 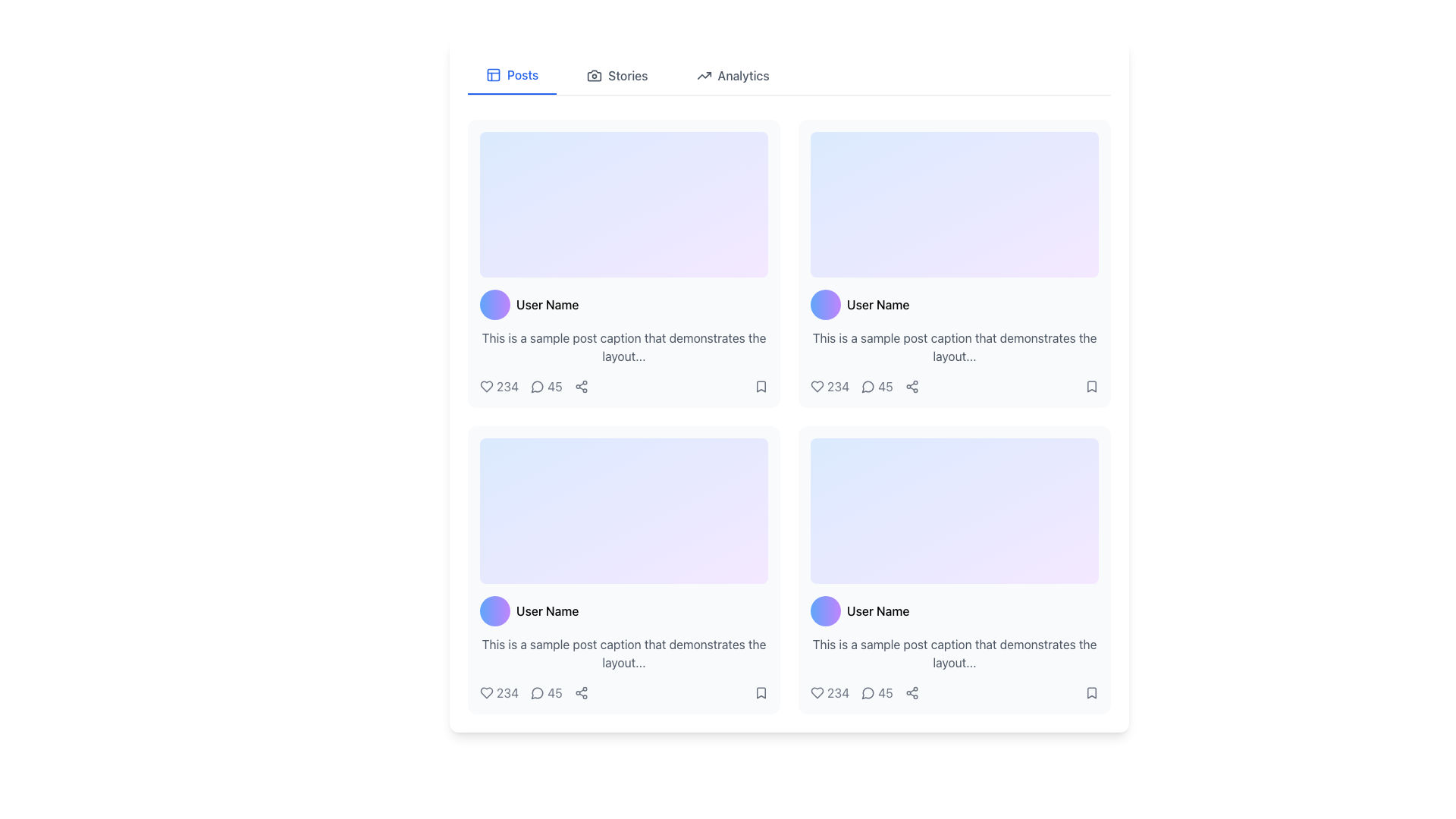 What do you see at coordinates (487, 385) in the screenshot?
I see `the heart-shaped icon located in the lower-left corner of the post card interface to like the post` at bounding box center [487, 385].